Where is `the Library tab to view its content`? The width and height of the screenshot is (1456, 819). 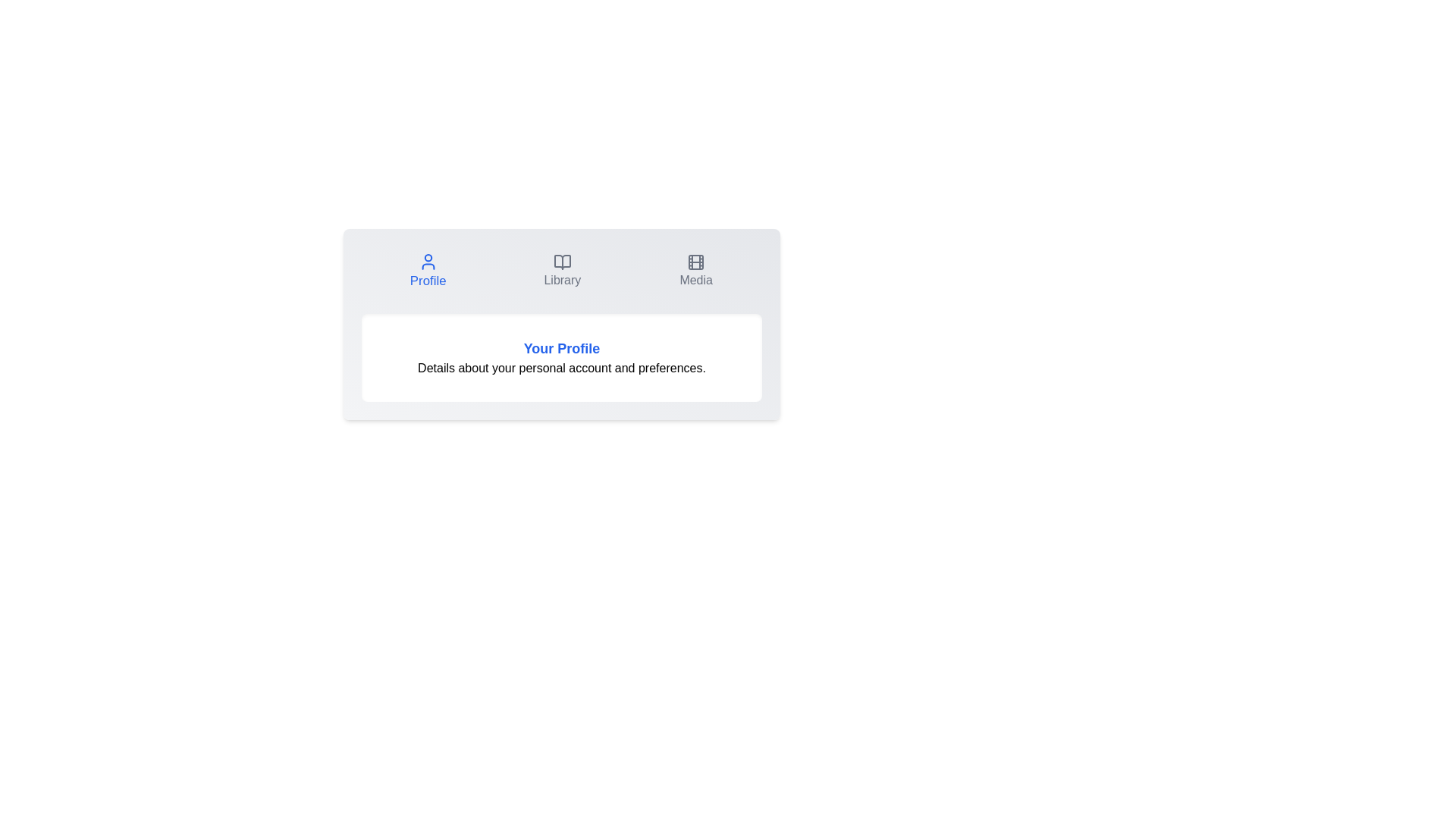 the Library tab to view its content is located at coordinates (561, 271).